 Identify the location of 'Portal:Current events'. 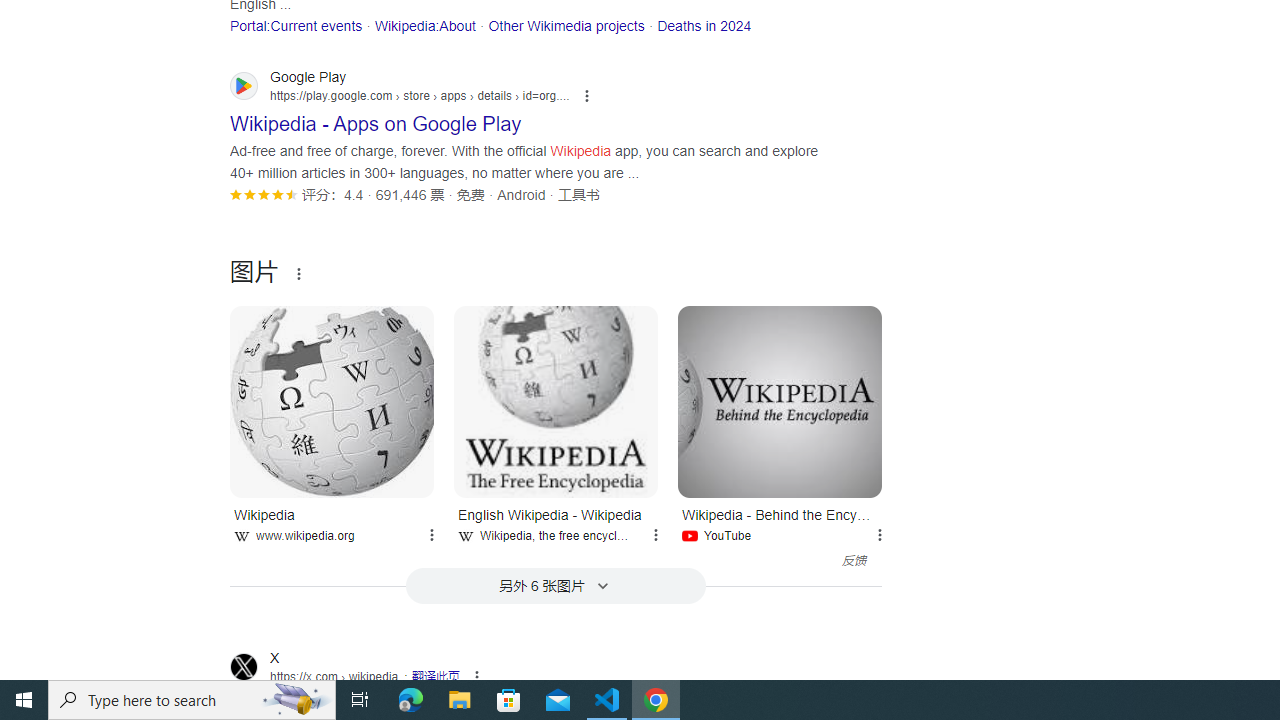
(295, 25).